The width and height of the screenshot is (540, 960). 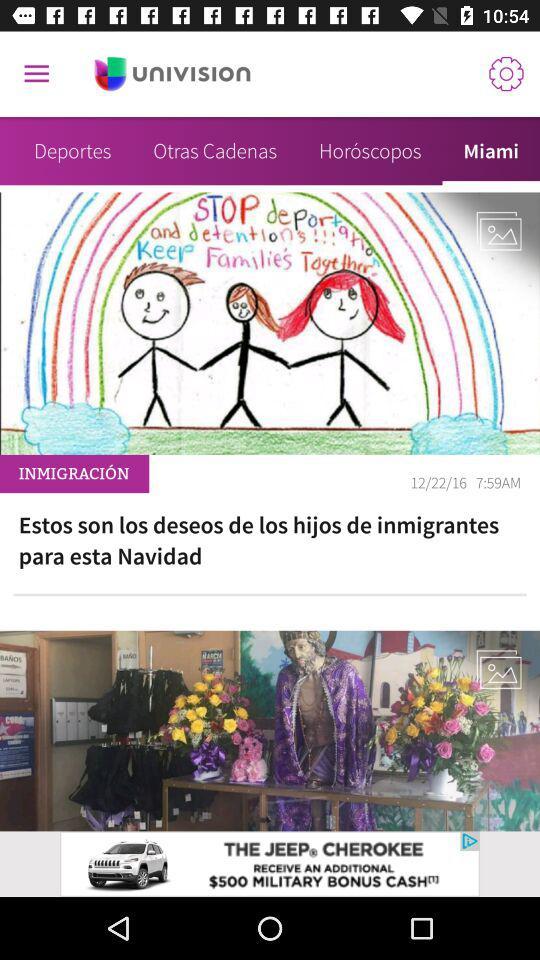 What do you see at coordinates (172, 74) in the screenshot?
I see `universon option` at bounding box center [172, 74].